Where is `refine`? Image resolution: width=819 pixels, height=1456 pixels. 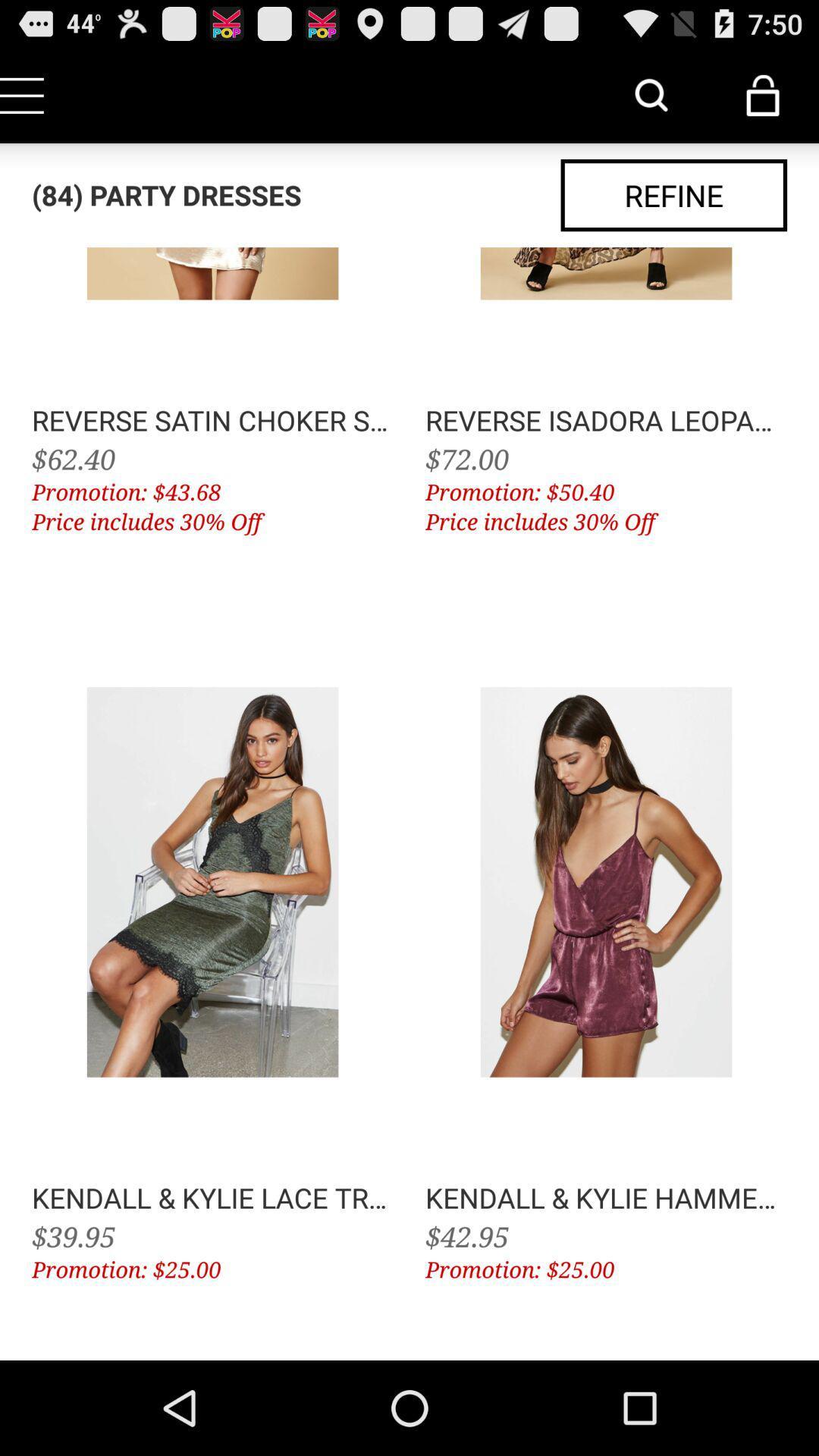 refine is located at coordinates (673, 194).